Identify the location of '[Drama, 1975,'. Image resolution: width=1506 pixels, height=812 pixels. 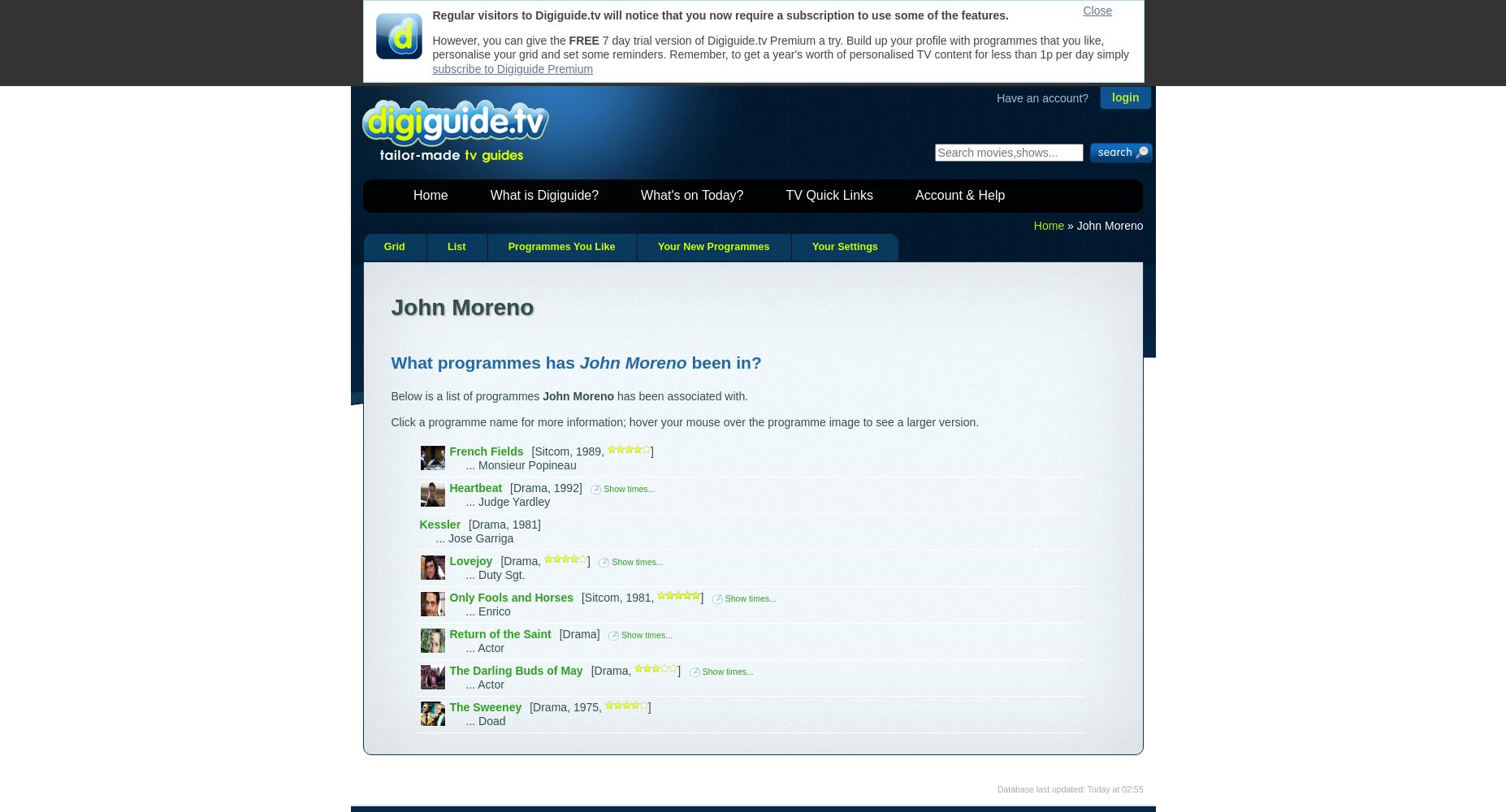
(566, 706).